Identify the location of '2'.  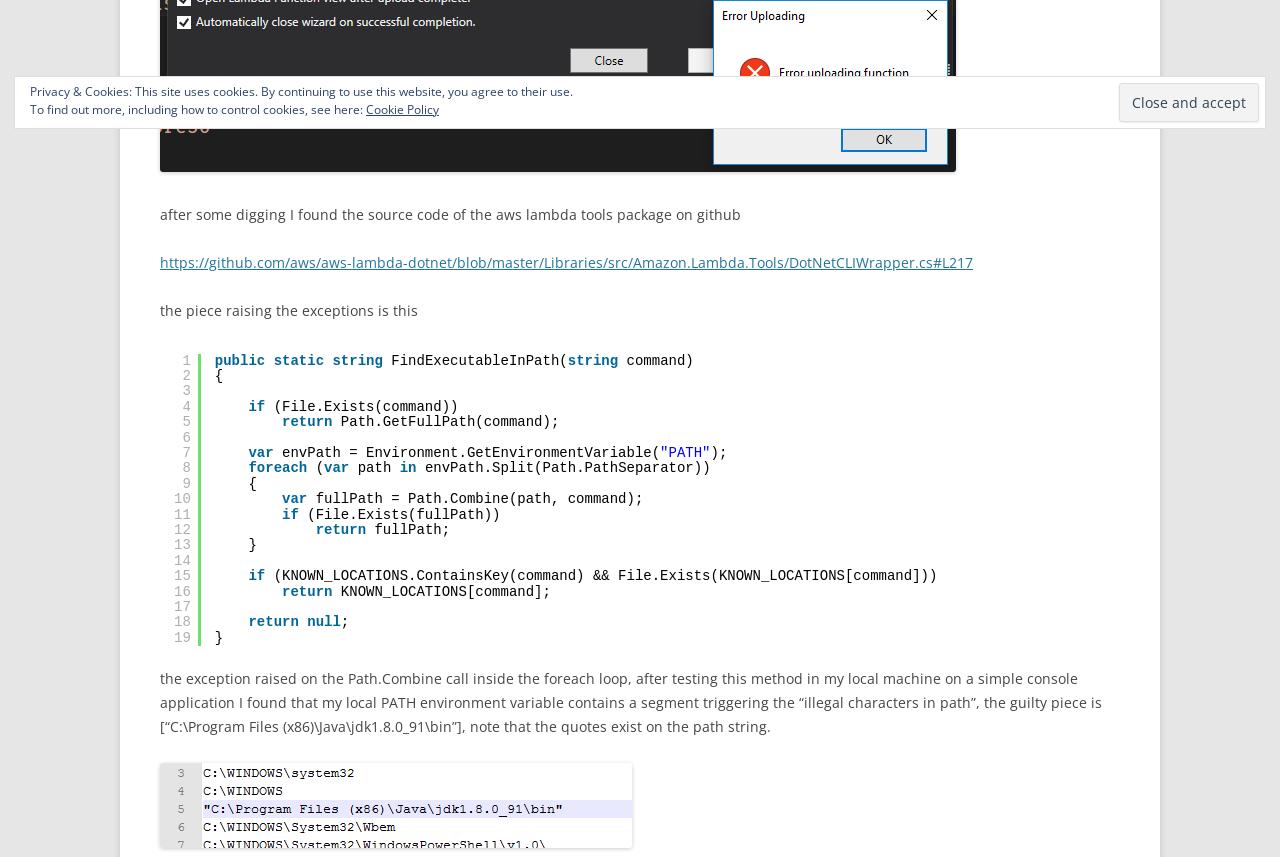
(185, 374).